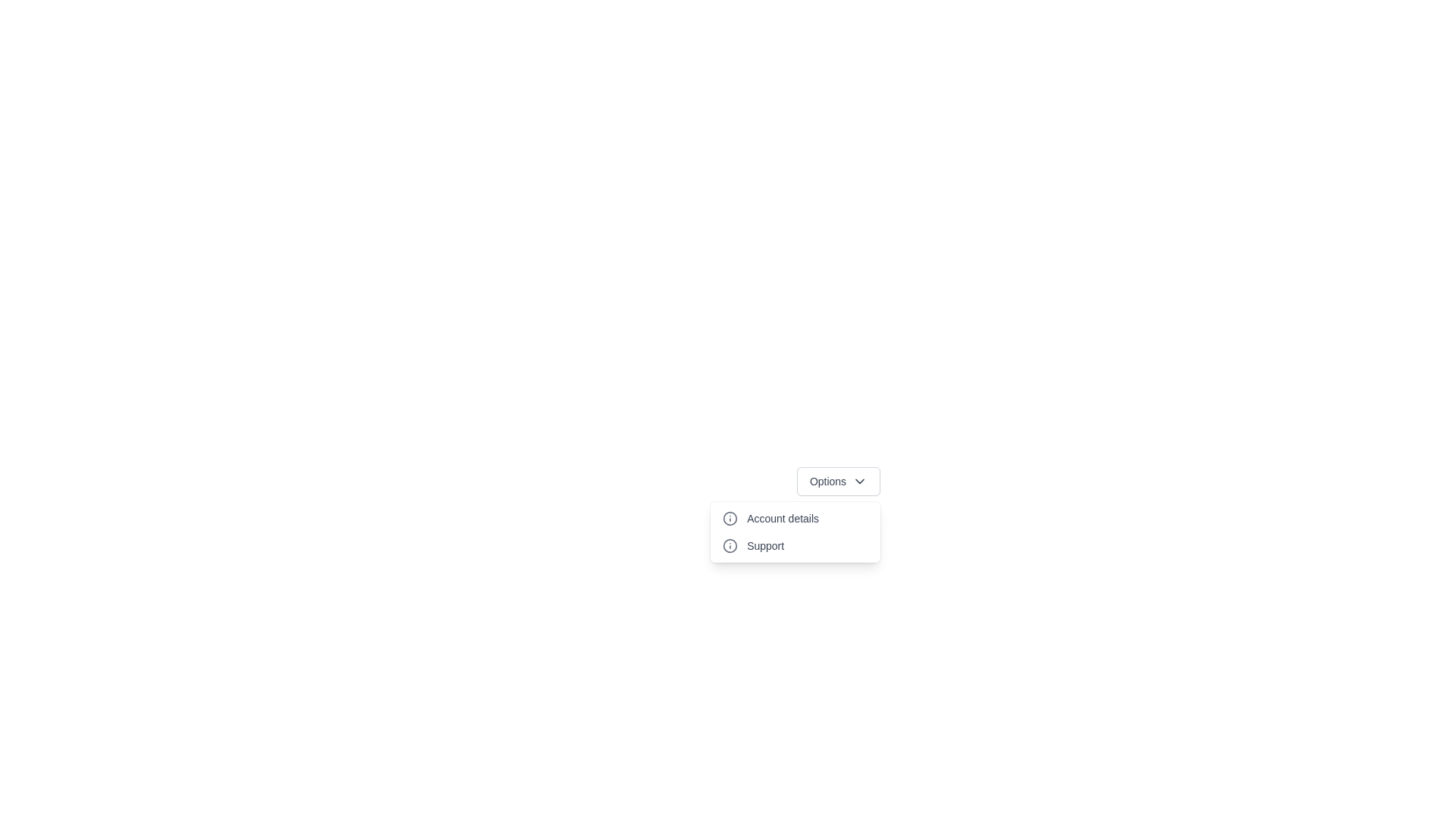  I want to click on the 'Account details' menu item, so click(795, 517).